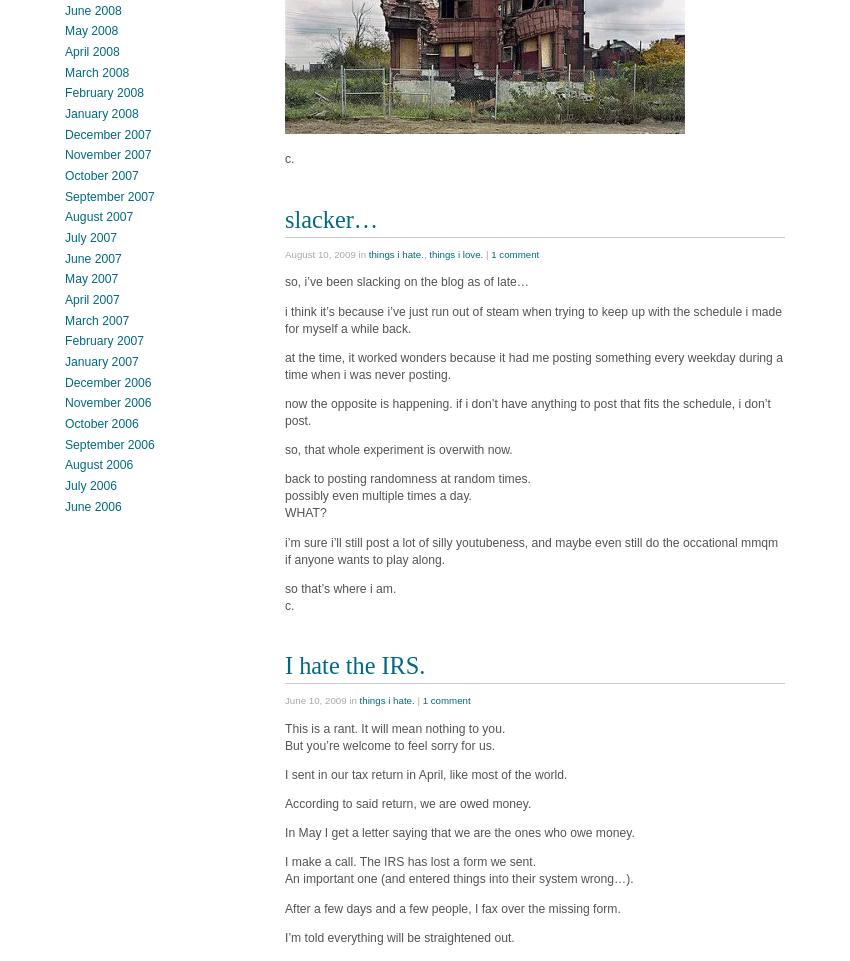 This screenshot has height=961, width=850. What do you see at coordinates (100, 175) in the screenshot?
I see `'October 2007'` at bounding box center [100, 175].